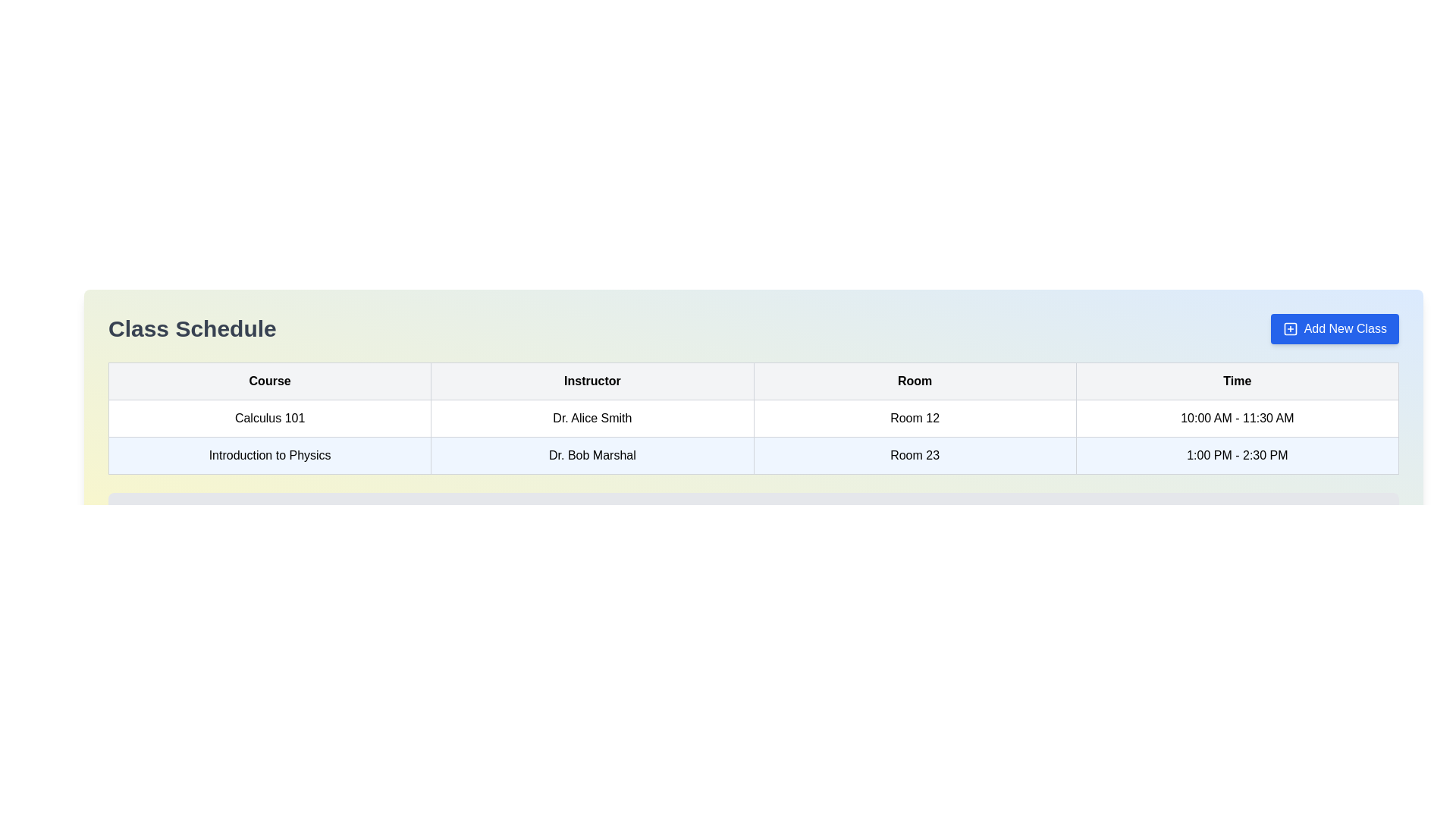 This screenshot has width=1456, height=819. Describe the element at coordinates (1237, 455) in the screenshot. I see `the static text element in the fourth column of the second row within the 'Class Schedule' table that conveys the time slot for a scheduled class or activity` at that location.